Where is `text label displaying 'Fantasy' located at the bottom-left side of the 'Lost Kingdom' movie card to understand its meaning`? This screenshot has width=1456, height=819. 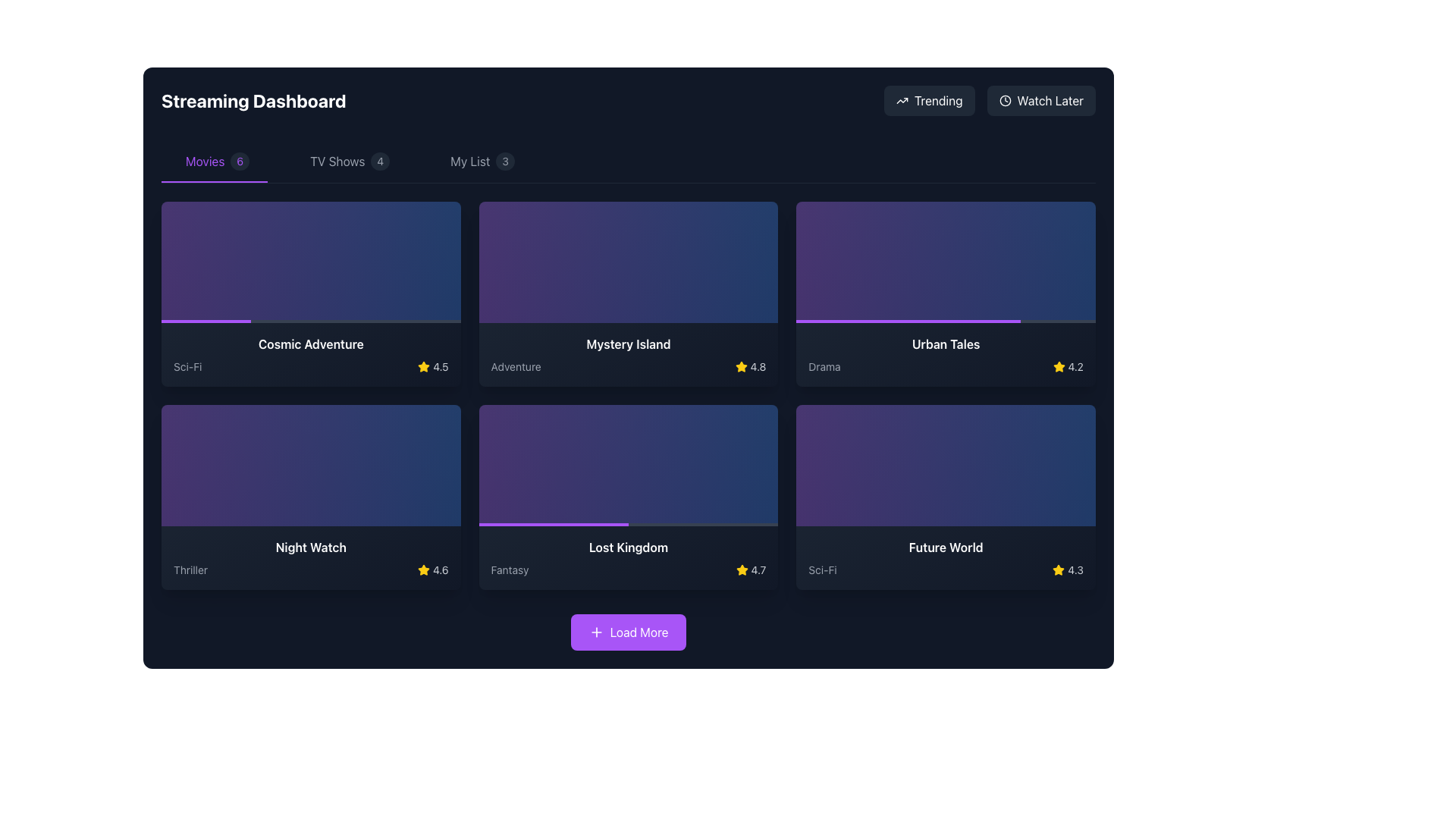
text label displaying 'Fantasy' located at the bottom-left side of the 'Lost Kingdom' movie card to understand its meaning is located at coordinates (510, 570).